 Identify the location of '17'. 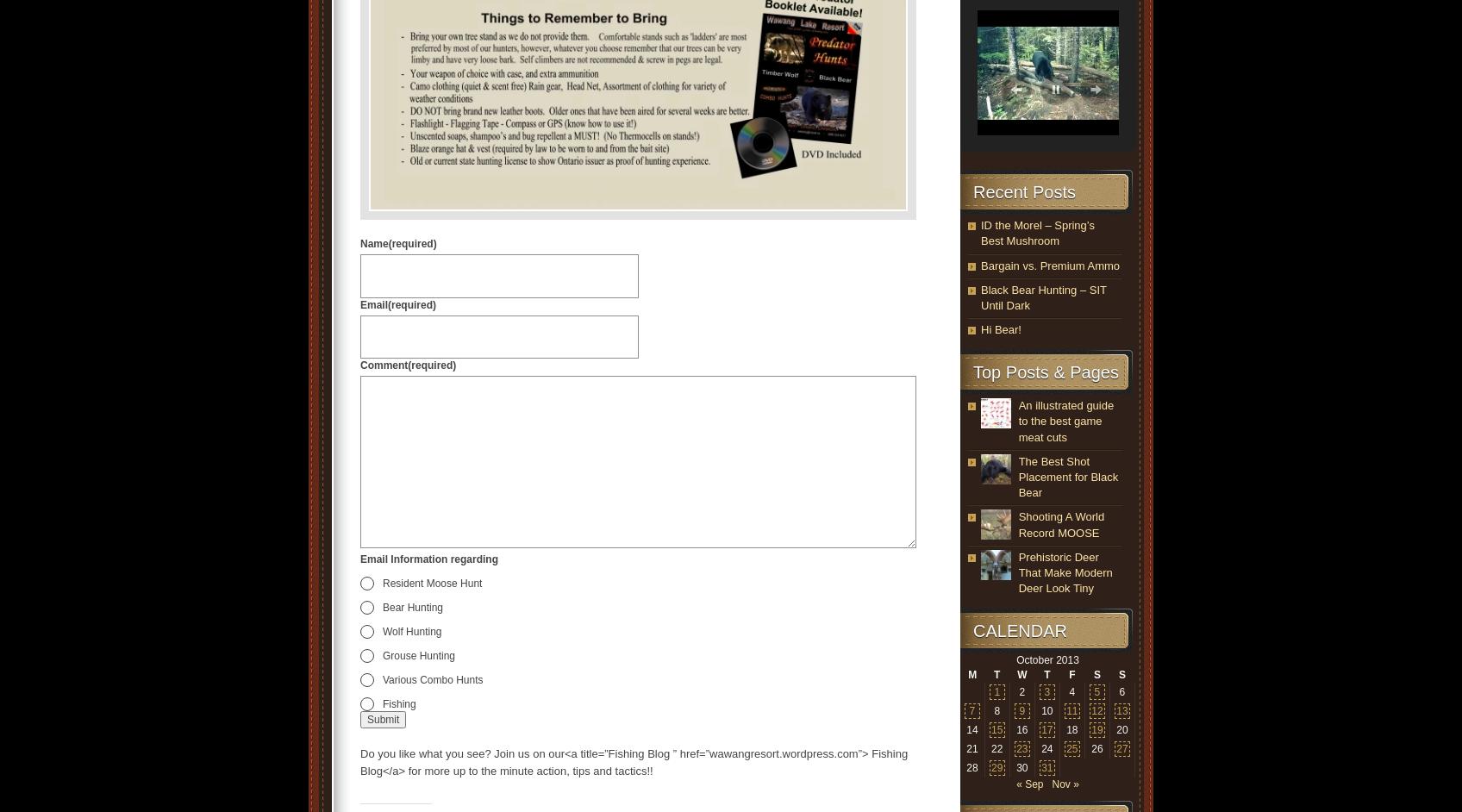
(1046, 728).